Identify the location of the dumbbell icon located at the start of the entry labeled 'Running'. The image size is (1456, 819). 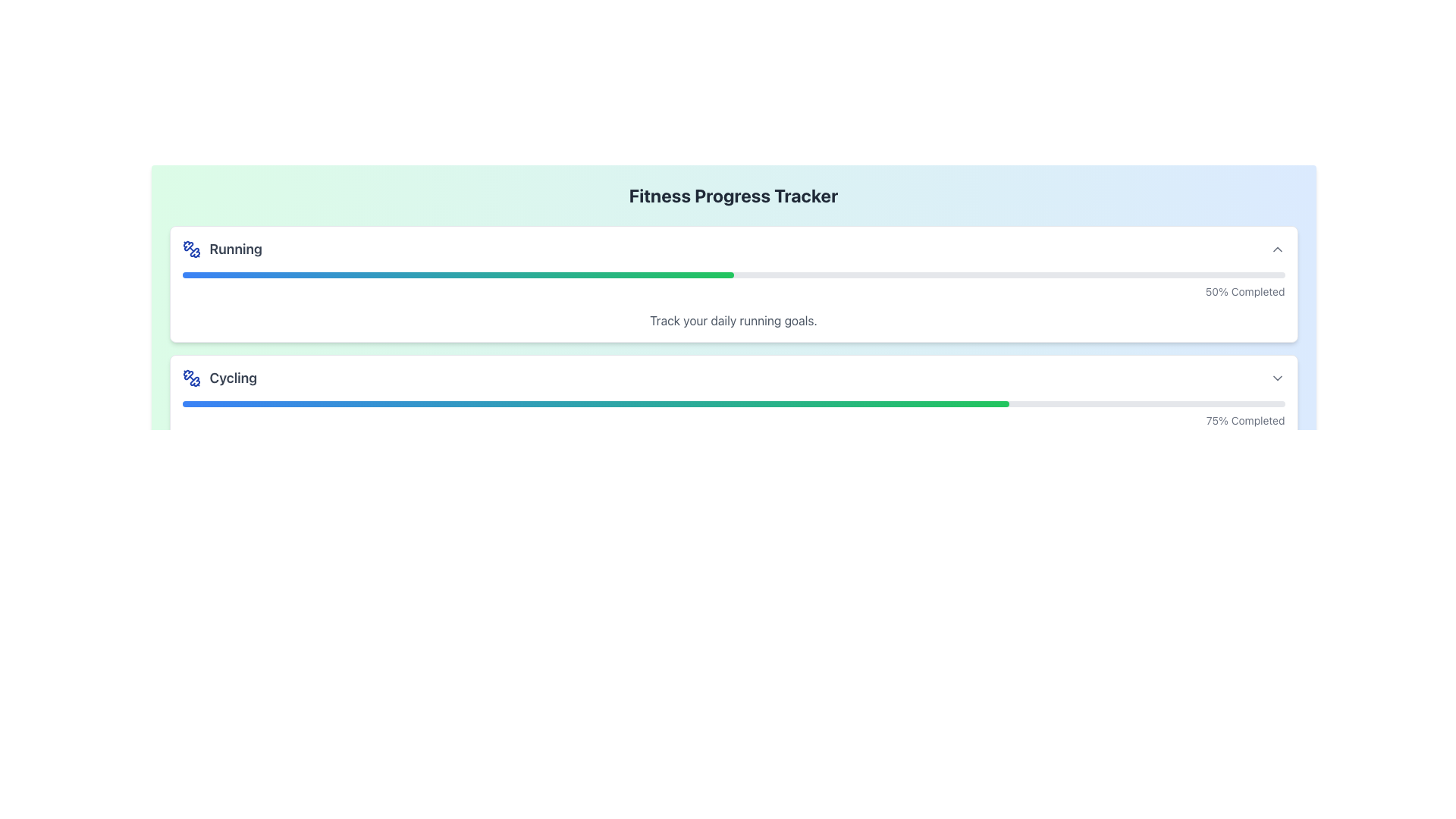
(190, 248).